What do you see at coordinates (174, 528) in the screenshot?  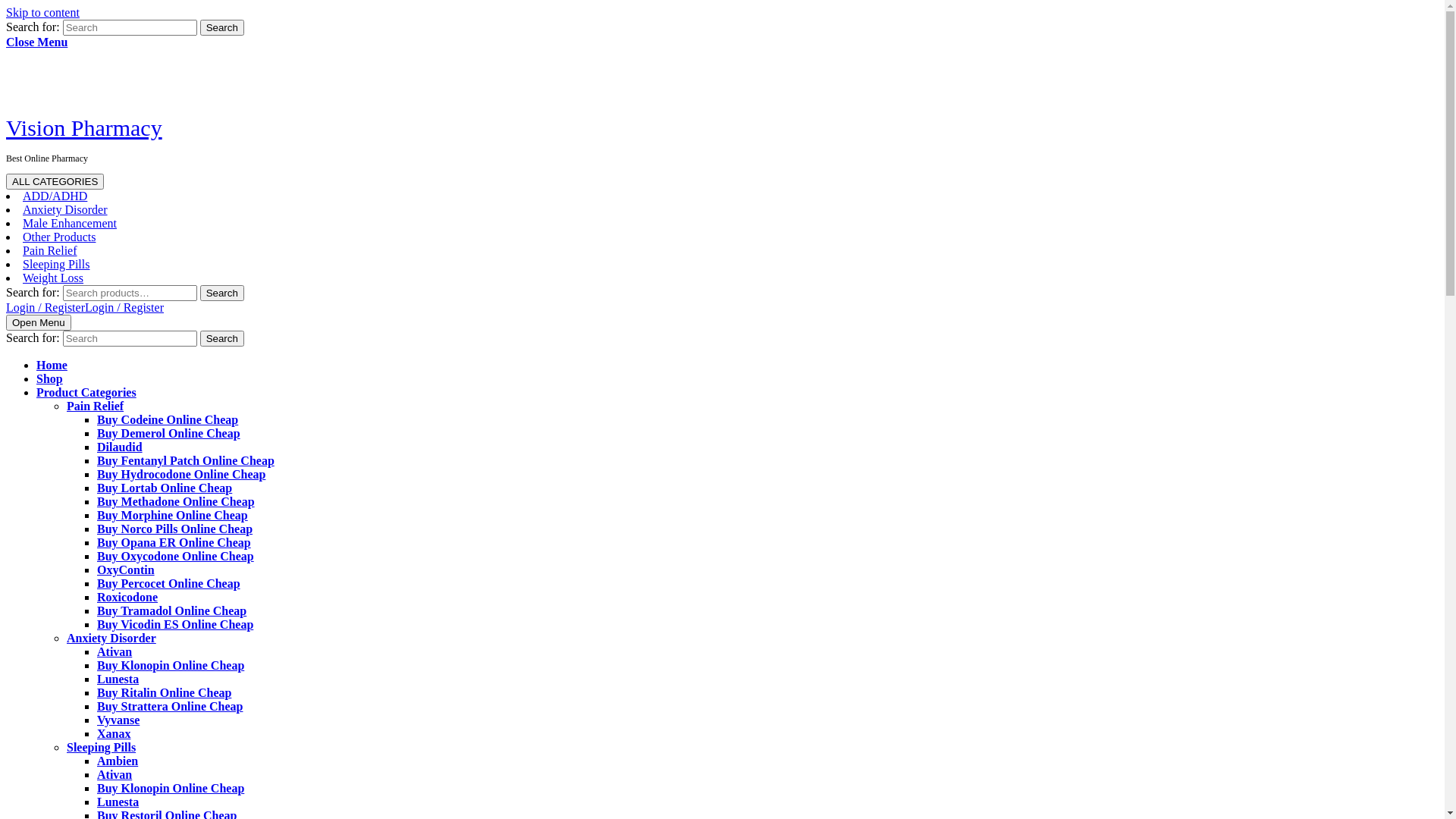 I see `'Buy Norco Pills Online Cheap'` at bounding box center [174, 528].